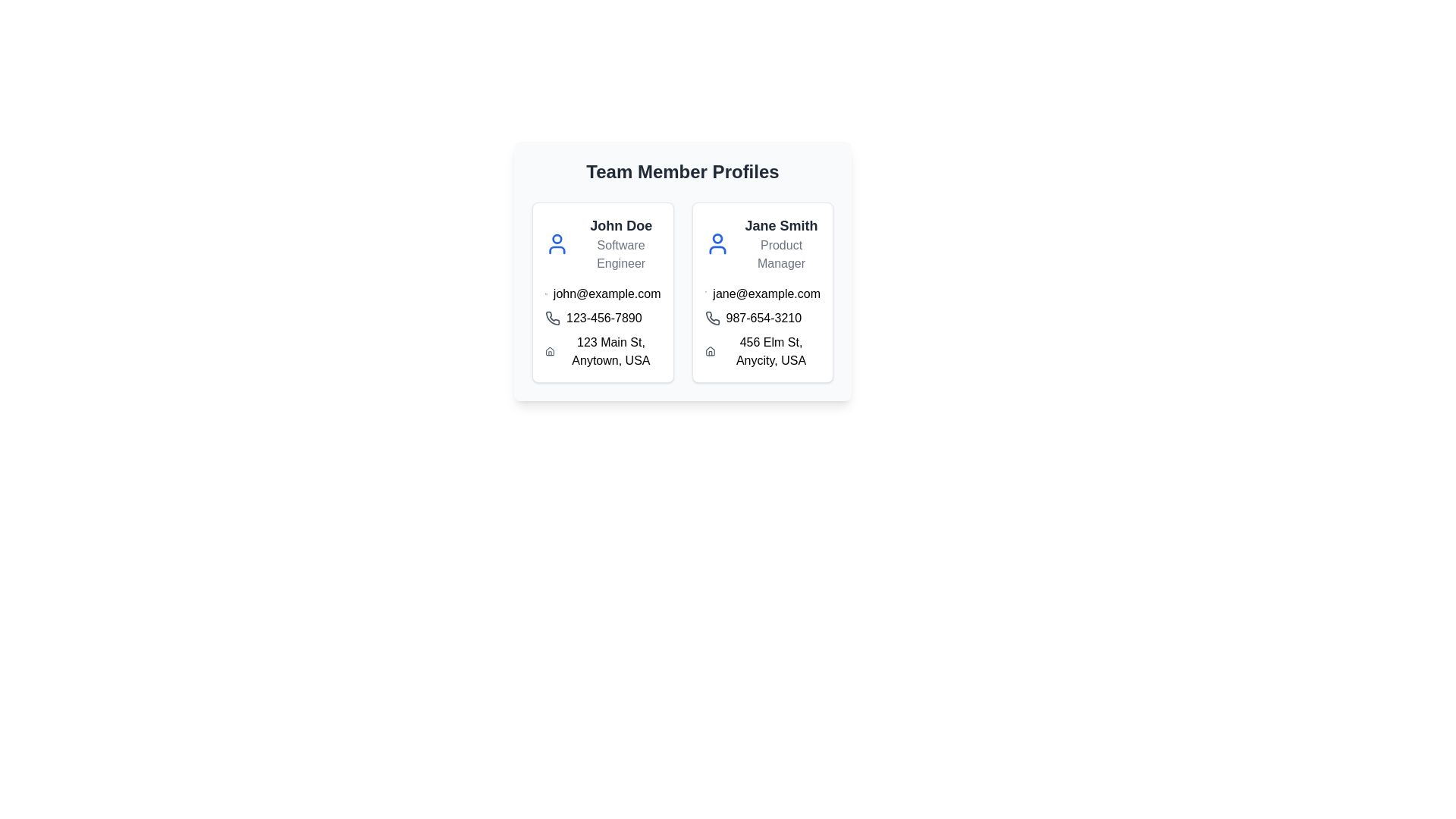 The image size is (1456, 819). I want to click on the phone icon located to the left of the phone number '123-456-7890' in the profile of 'John Doe' under the 'Team Member Profiles' section, so click(552, 318).